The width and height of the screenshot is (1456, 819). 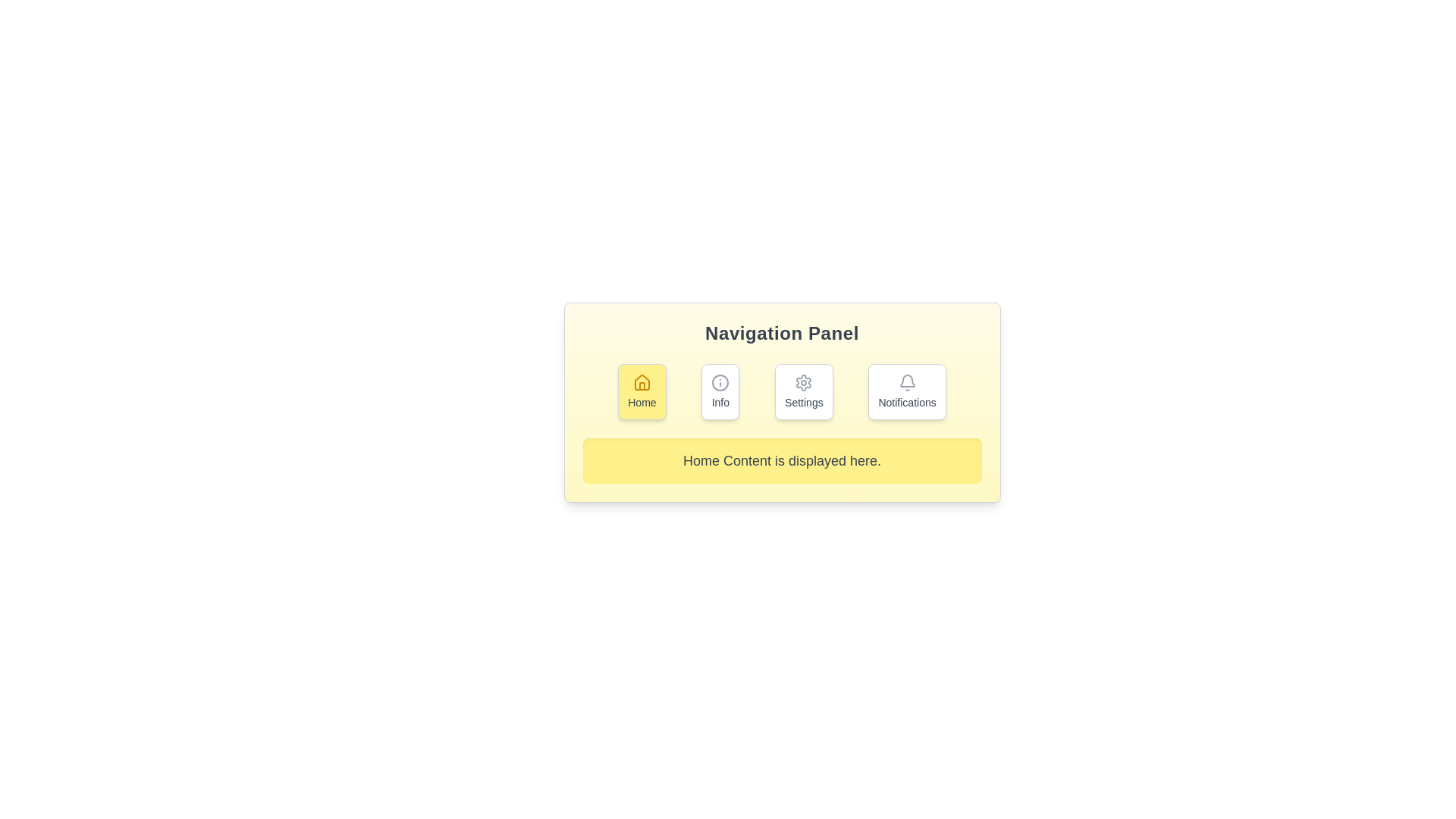 What do you see at coordinates (803, 391) in the screenshot?
I see `the Settings button, which is a square-shaped button with rounded corners, featuring a gray gear icon and the text 'Settings' below it` at bounding box center [803, 391].